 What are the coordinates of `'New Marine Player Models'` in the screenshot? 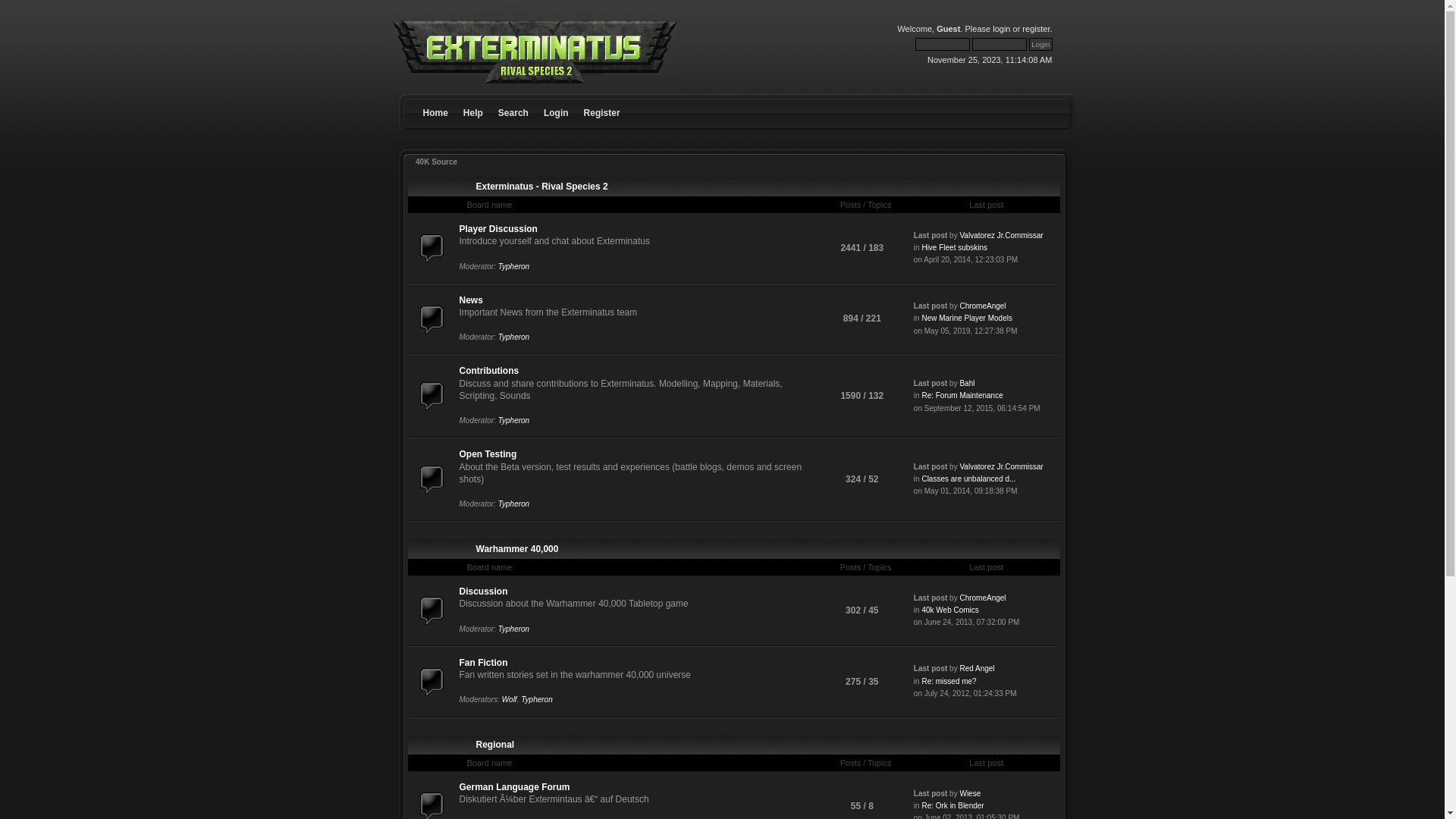 It's located at (920, 317).